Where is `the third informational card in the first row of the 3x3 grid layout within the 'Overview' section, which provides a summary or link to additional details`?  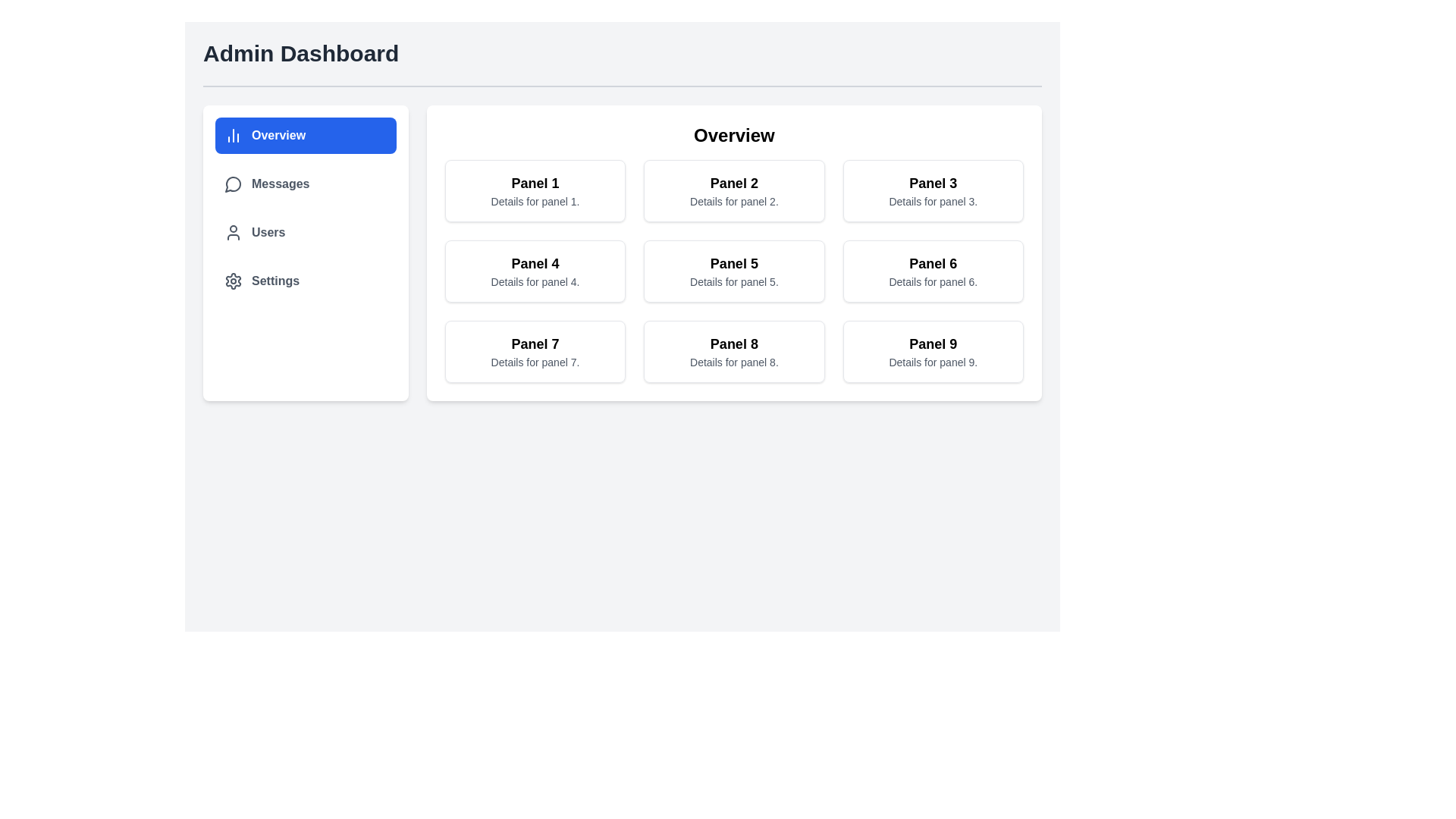 the third informational card in the first row of the 3x3 grid layout within the 'Overview' section, which provides a summary or link to additional details is located at coordinates (932, 190).